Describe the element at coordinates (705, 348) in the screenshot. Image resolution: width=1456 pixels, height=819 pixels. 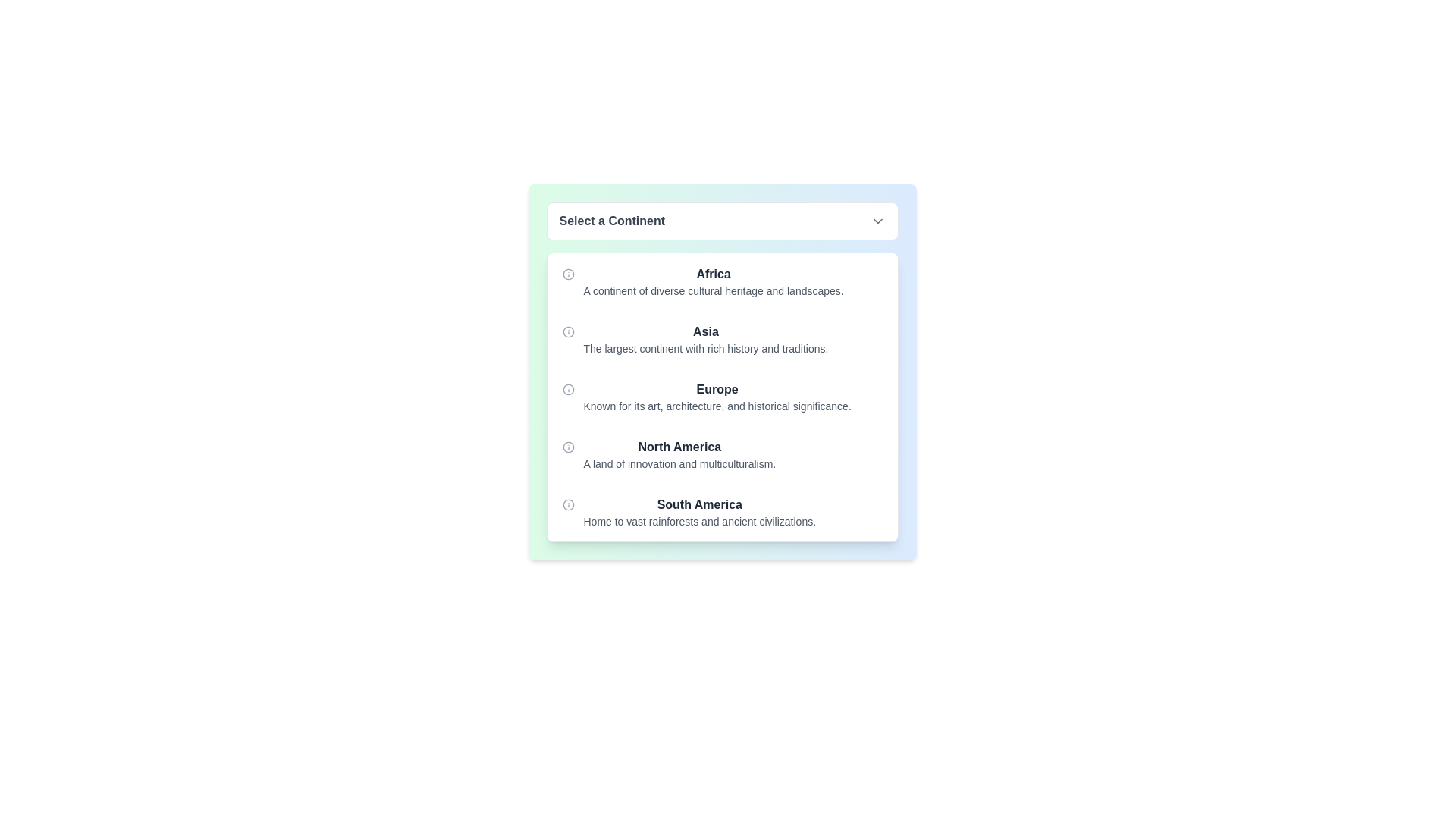
I see `the informational description text label located directly beneath the bold title 'Asia' in the list view titled 'Select a Continent'` at that location.